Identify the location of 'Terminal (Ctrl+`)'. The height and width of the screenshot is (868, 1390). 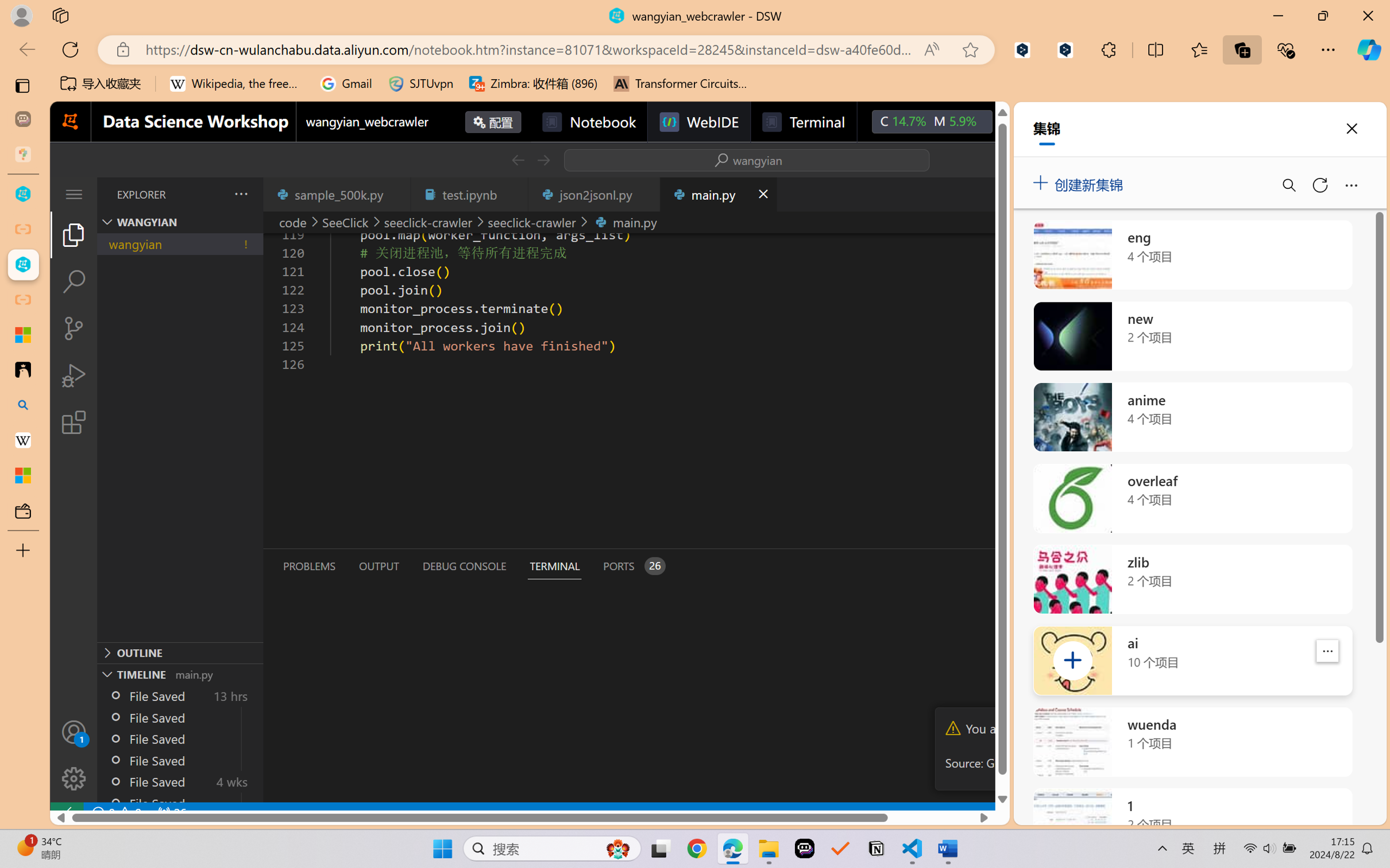
(554, 566).